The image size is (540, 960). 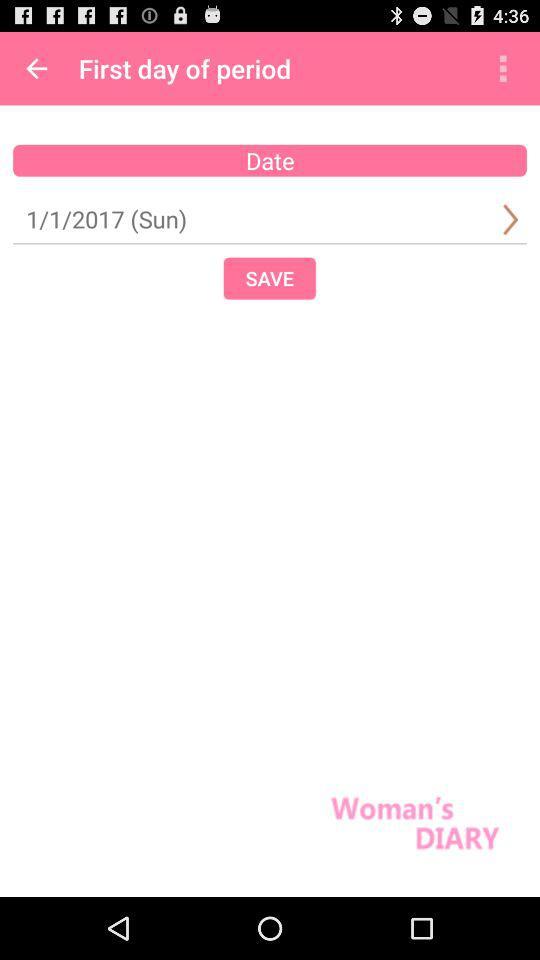 I want to click on save, so click(x=269, y=277).